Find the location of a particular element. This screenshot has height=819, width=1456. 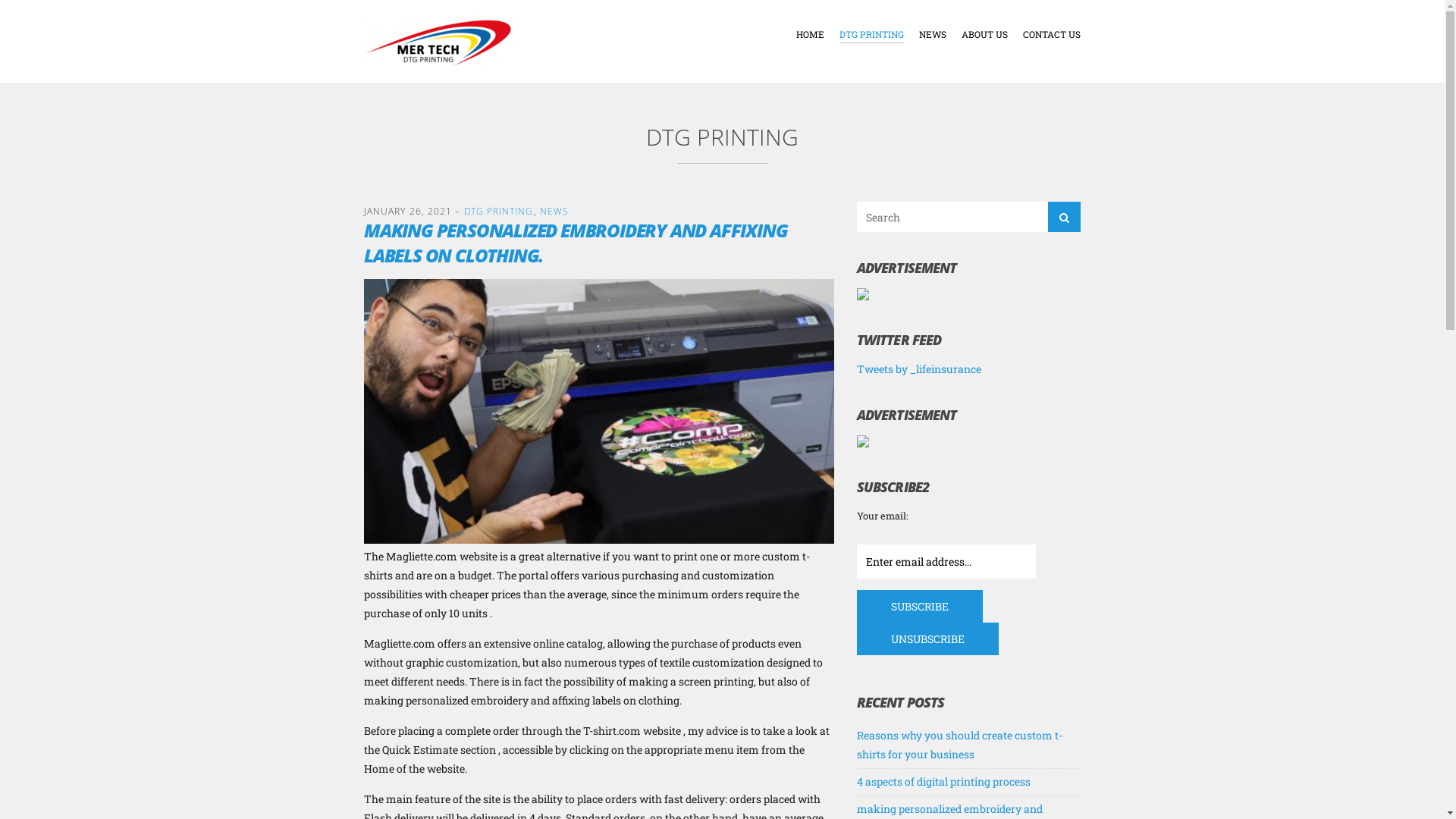

'Subscribe' is located at coordinates (919, 605).